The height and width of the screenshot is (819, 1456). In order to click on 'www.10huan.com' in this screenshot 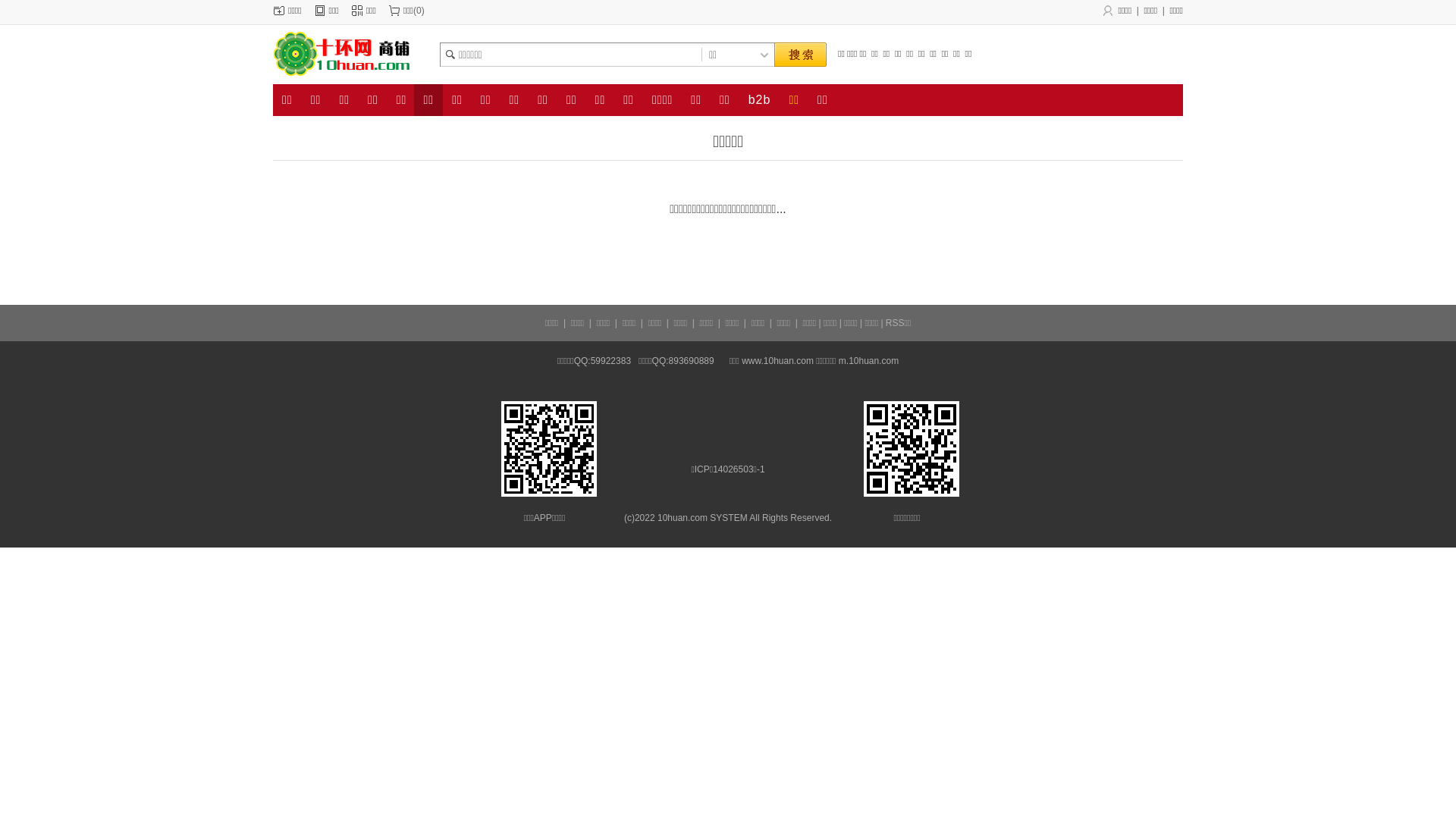, I will do `click(742, 360)`.